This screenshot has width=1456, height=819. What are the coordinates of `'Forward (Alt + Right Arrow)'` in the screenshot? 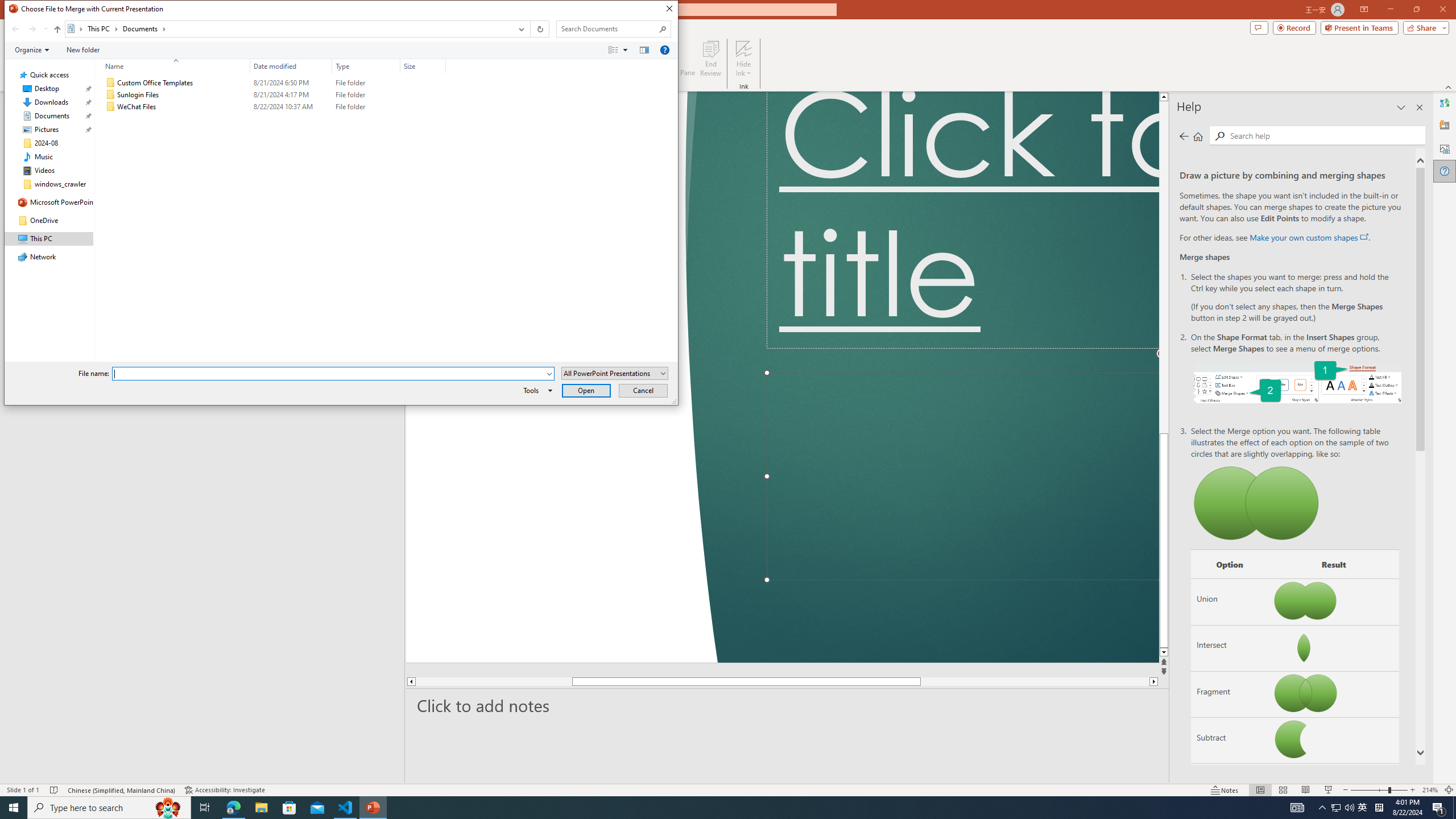 It's located at (32, 28).